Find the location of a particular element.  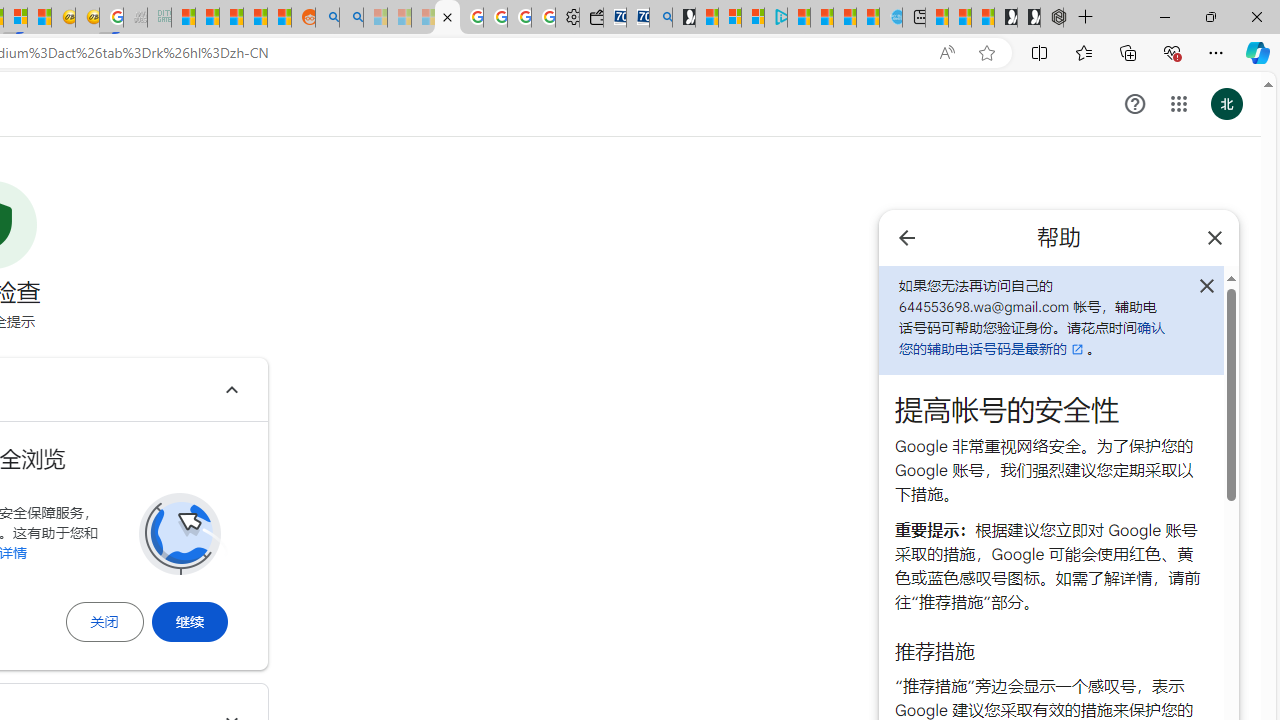

'DITOGAMES AG Imprint - Sleeping' is located at coordinates (160, 17).